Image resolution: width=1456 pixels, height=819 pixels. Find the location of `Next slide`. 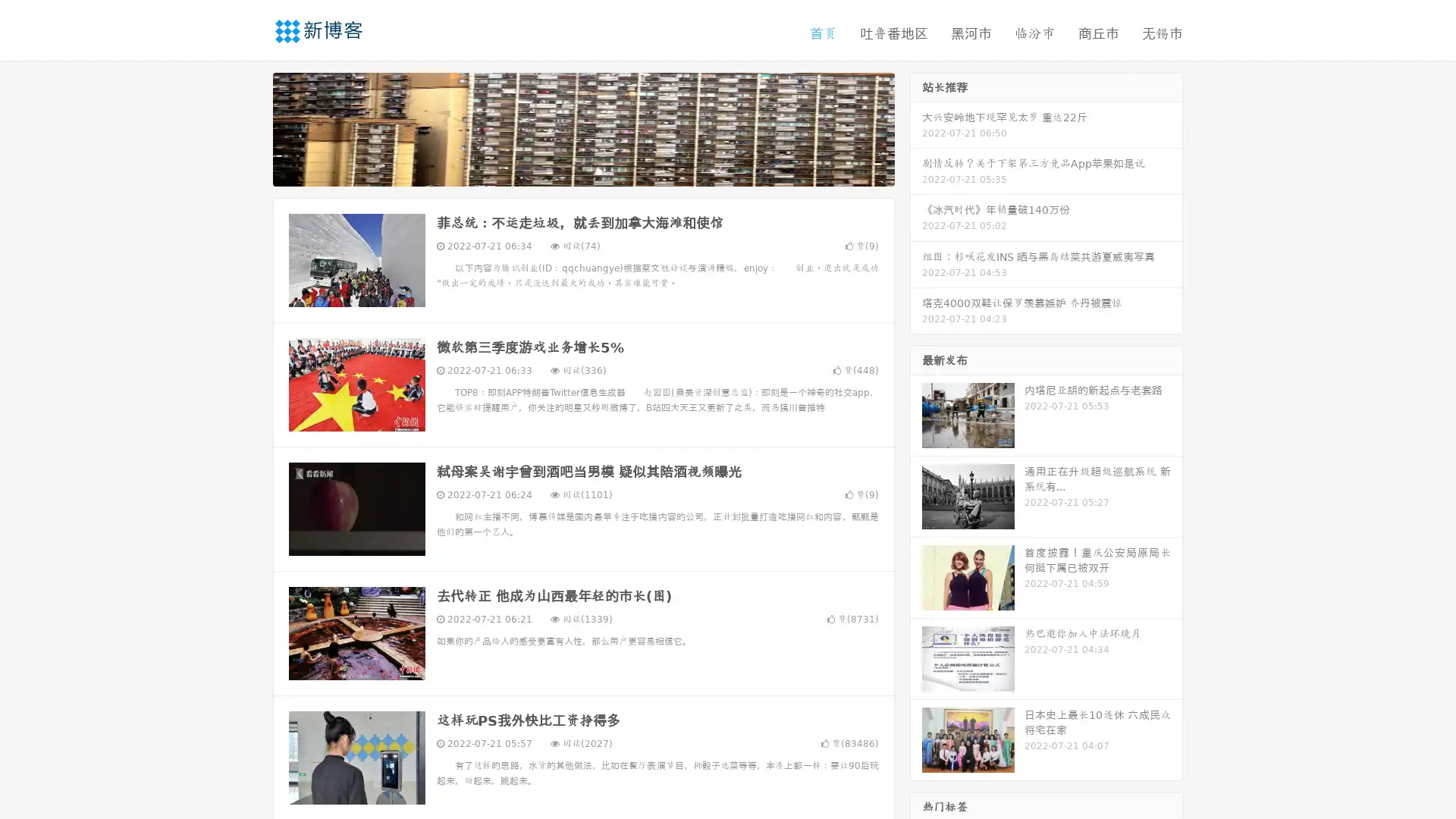

Next slide is located at coordinates (916, 127).